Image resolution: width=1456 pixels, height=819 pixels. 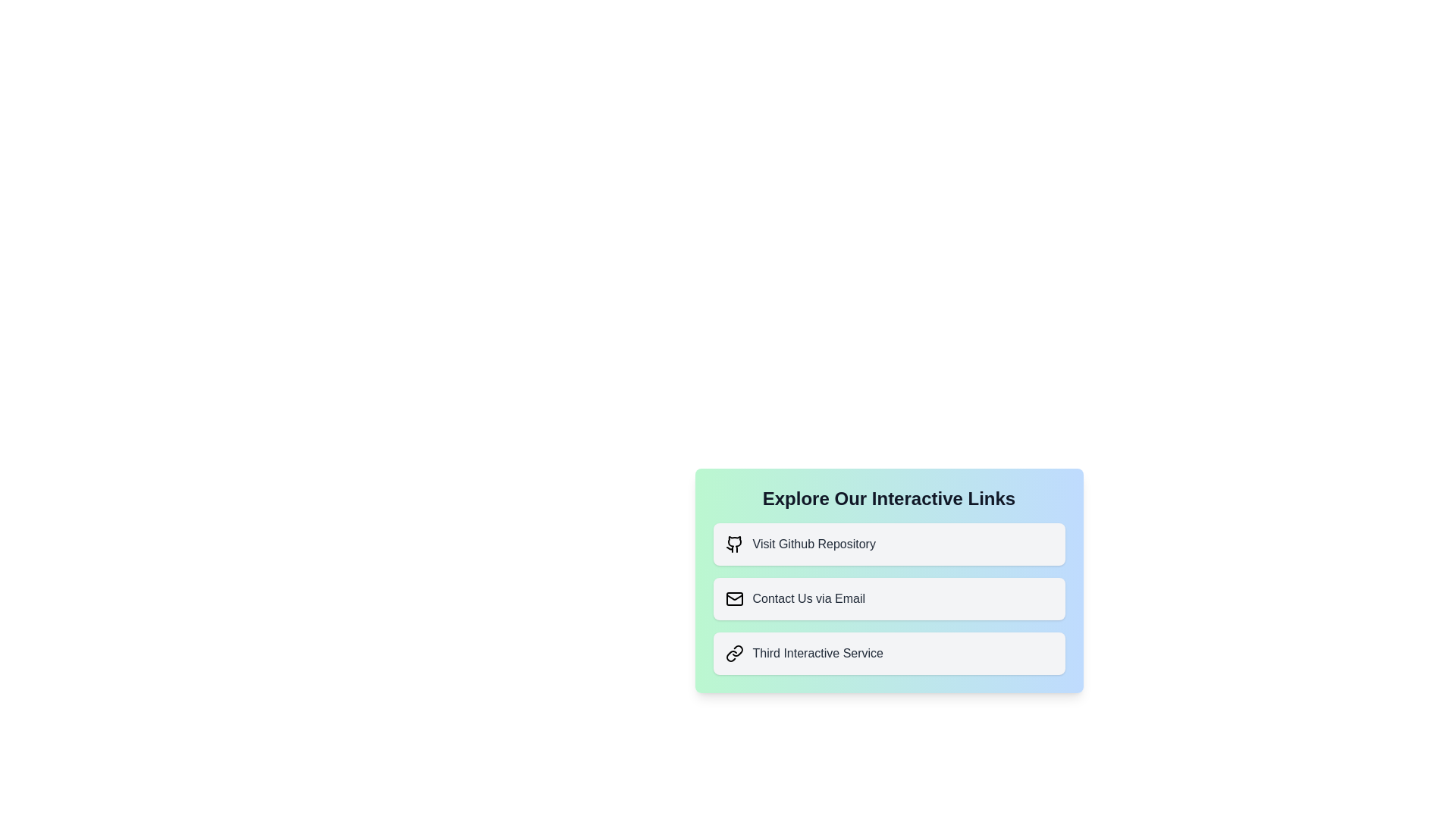 I want to click on the third hyperlink in the vertically-aligned list located in the bottom-right corner of the interface, so click(x=889, y=652).